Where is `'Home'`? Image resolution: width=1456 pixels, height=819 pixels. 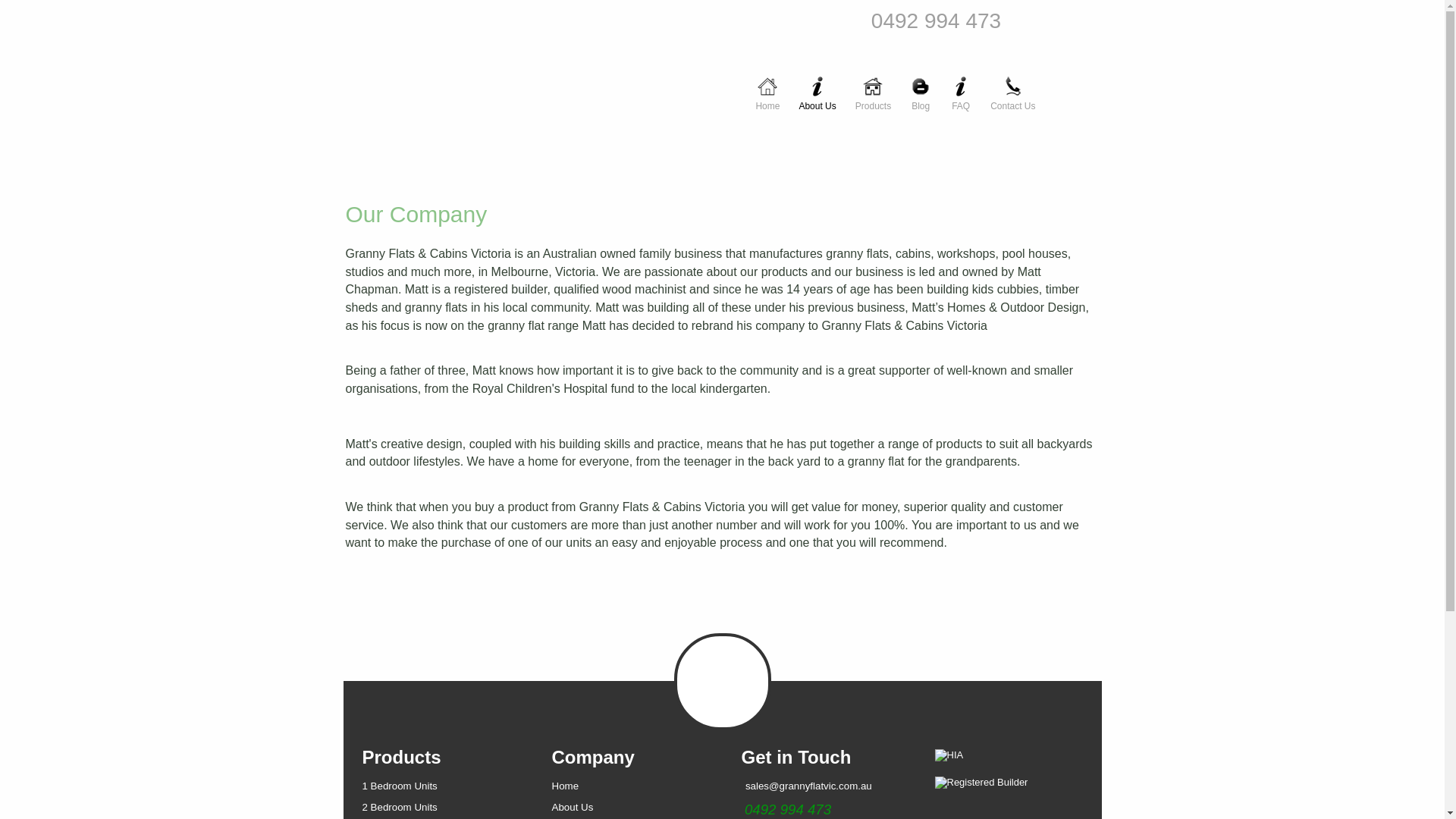 'Home' is located at coordinates (767, 85).